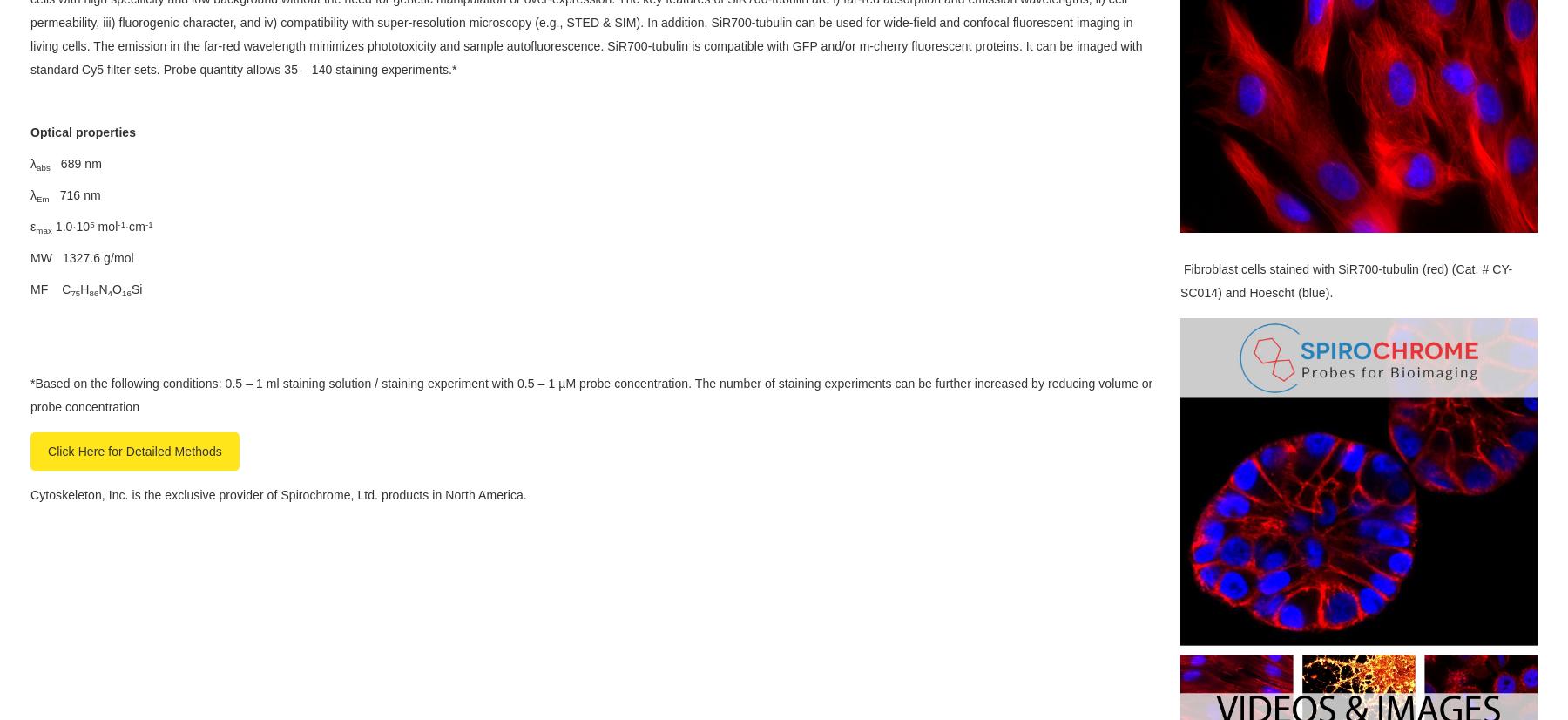 Image resolution: width=1568 pixels, height=720 pixels. What do you see at coordinates (134, 227) in the screenshot?
I see `'·cm'` at bounding box center [134, 227].